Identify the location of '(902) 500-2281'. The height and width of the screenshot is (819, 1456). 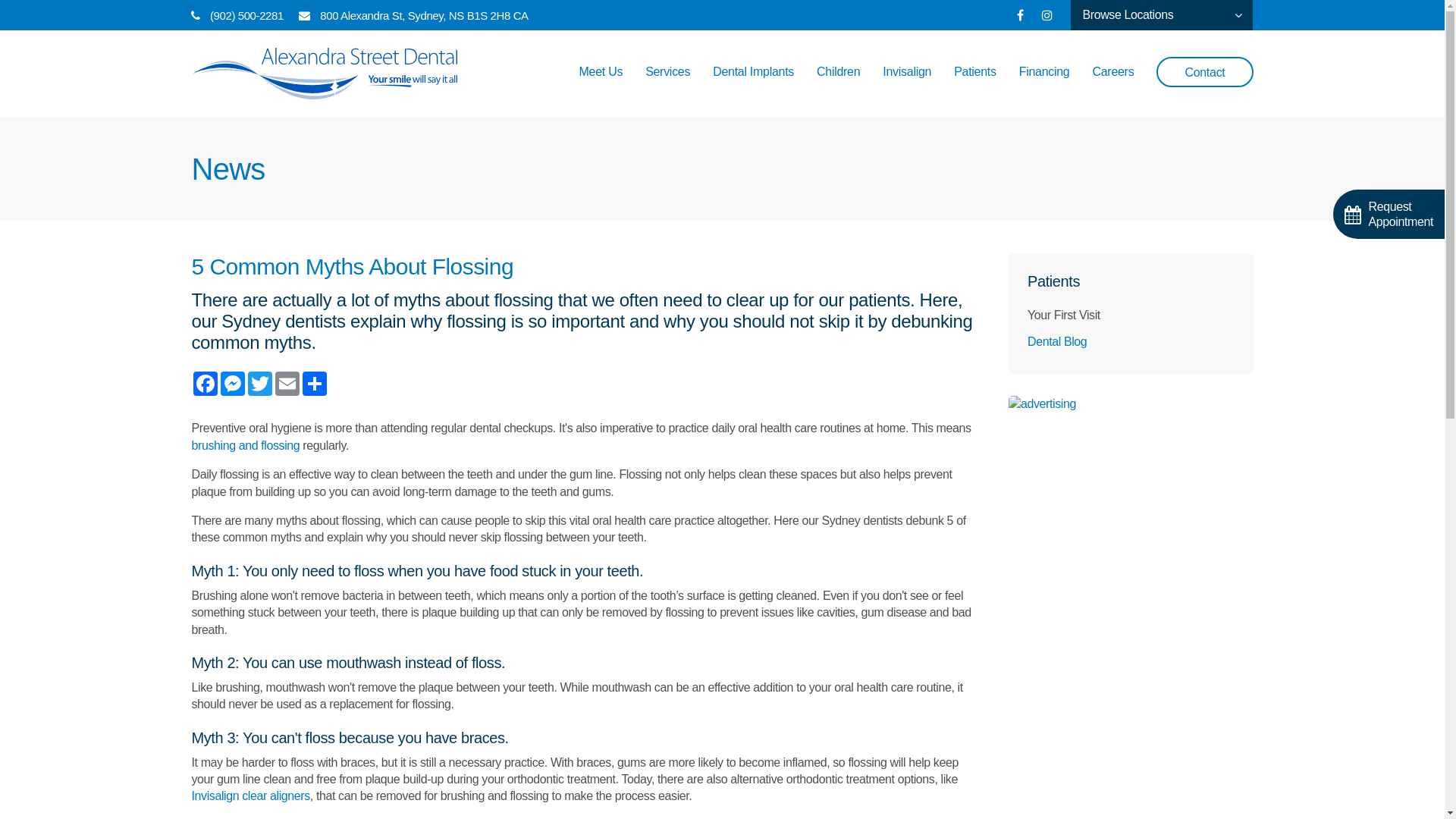
(209, 15).